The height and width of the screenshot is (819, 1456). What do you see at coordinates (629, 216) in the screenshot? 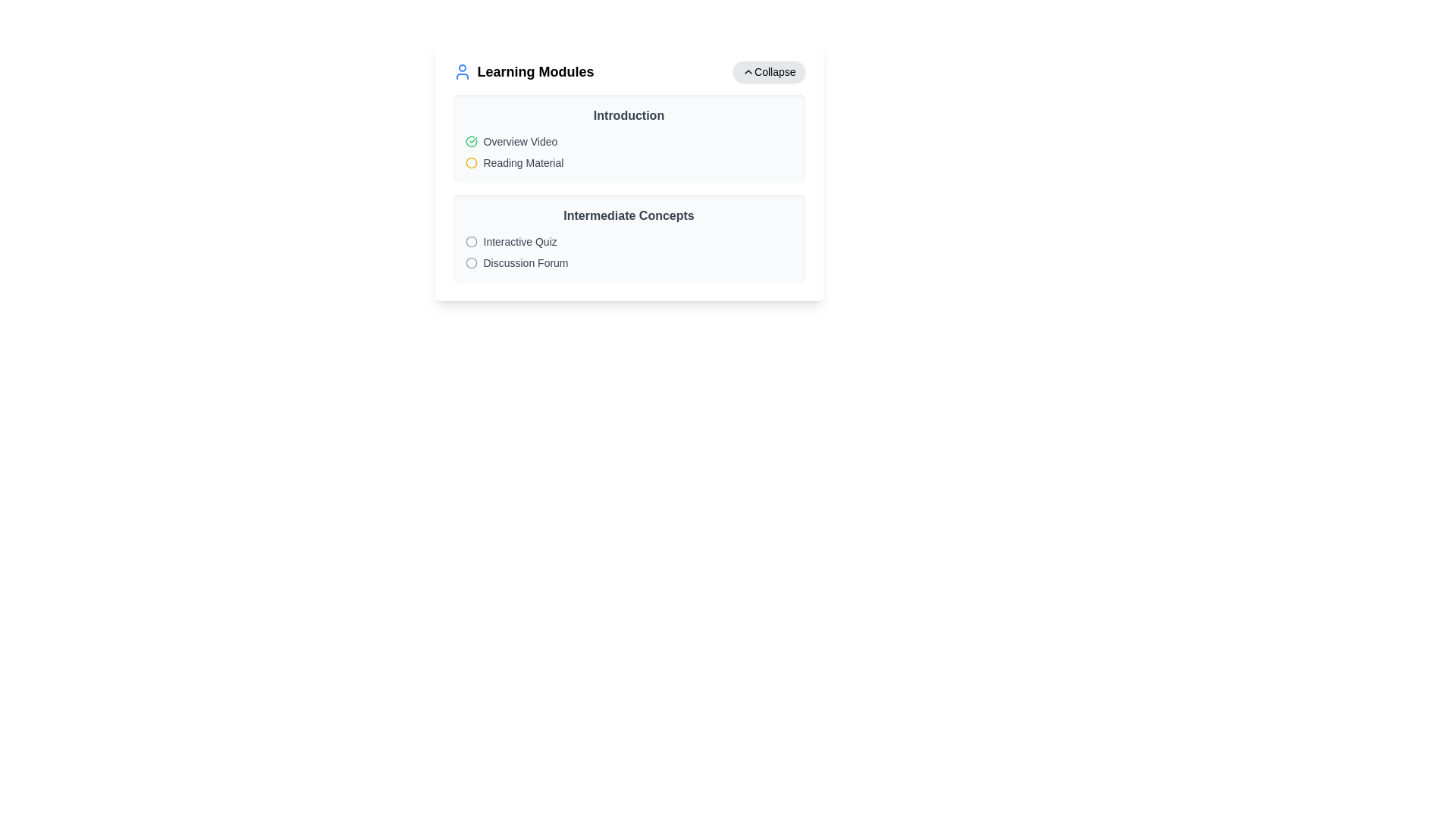
I see `the title or heading element that introduces intermediate concepts within the learning module, located horizontally centered beneath the 'Introduction' section` at bounding box center [629, 216].